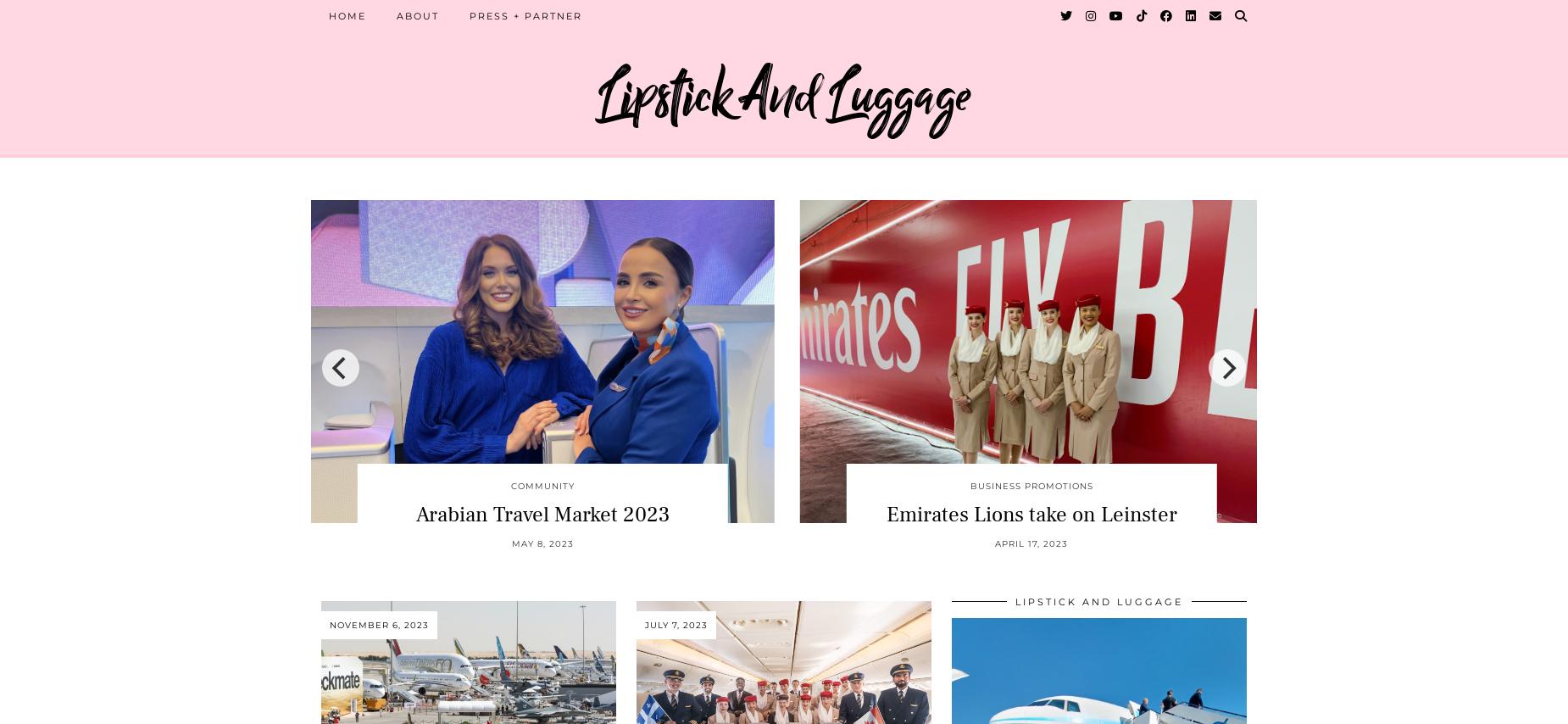  Describe the element at coordinates (415, 513) in the screenshot. I see `'Arabian Travel Market 2023'` at that location.